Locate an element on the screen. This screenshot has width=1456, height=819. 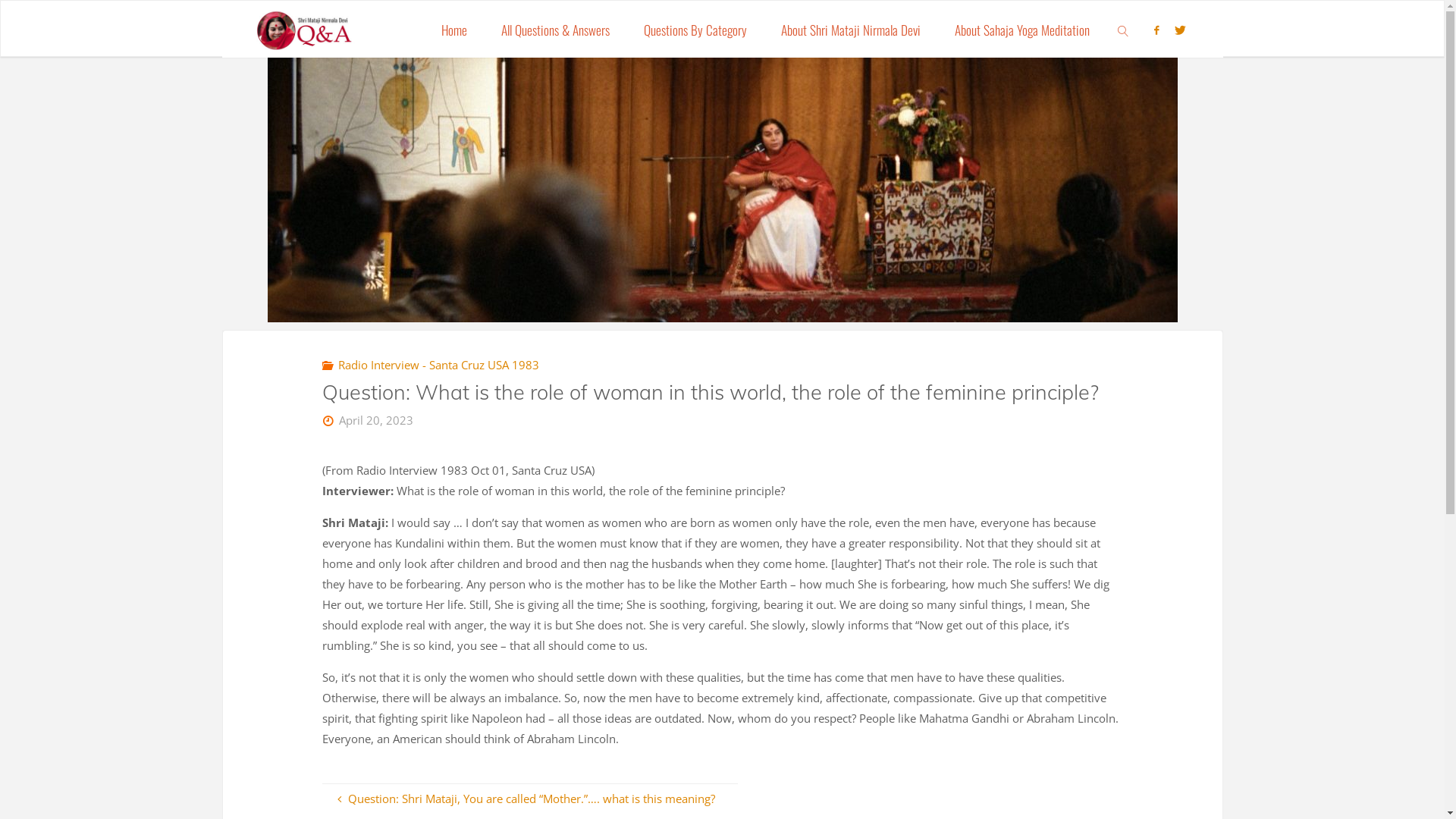
'Radio Interview - Santa Cruz USA 1983' is located at coordinates (334, 365).